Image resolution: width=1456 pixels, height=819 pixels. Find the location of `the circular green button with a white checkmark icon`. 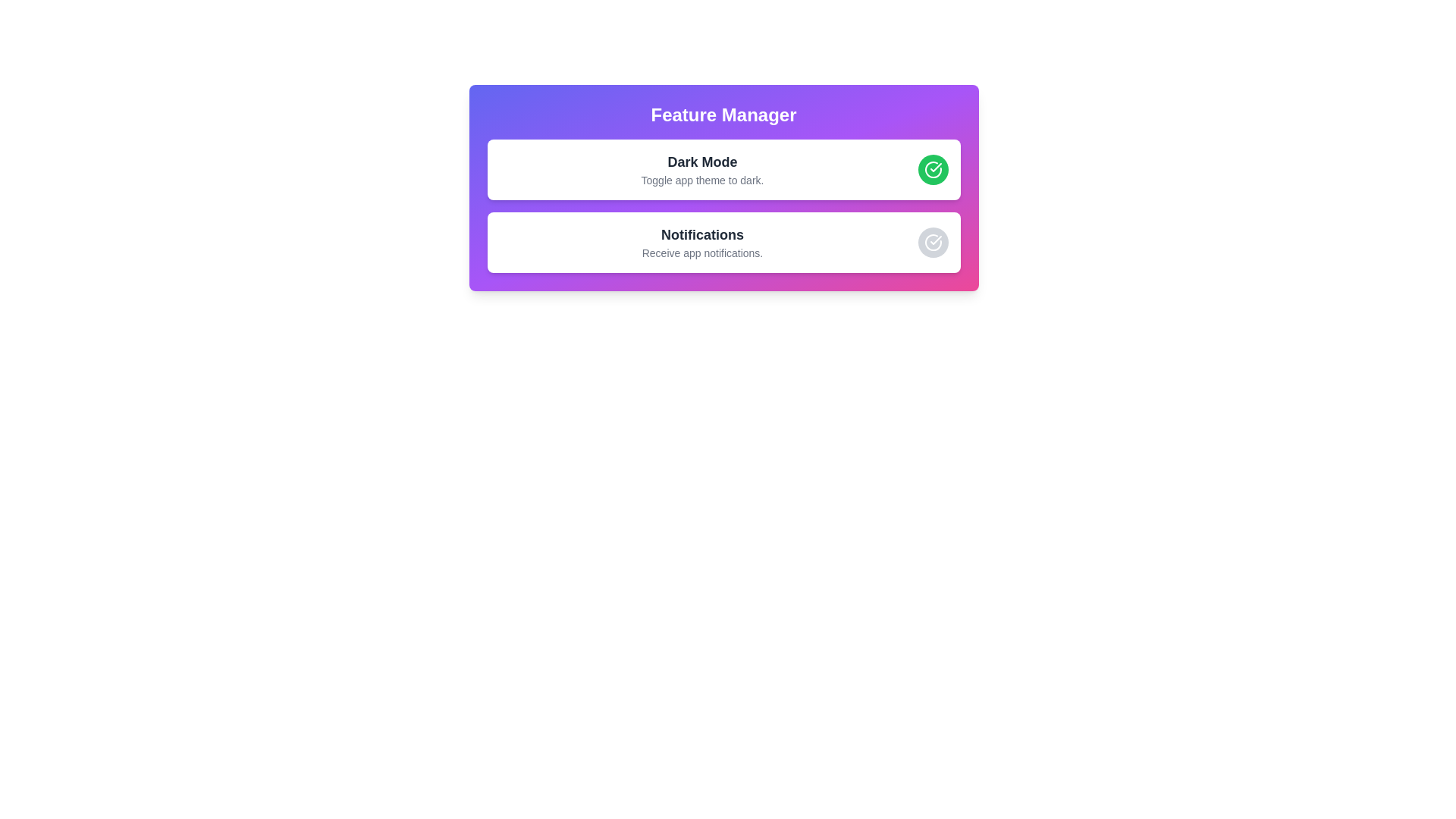

the circular green button with a white checkmark icon is located at coordinates (932, 169).